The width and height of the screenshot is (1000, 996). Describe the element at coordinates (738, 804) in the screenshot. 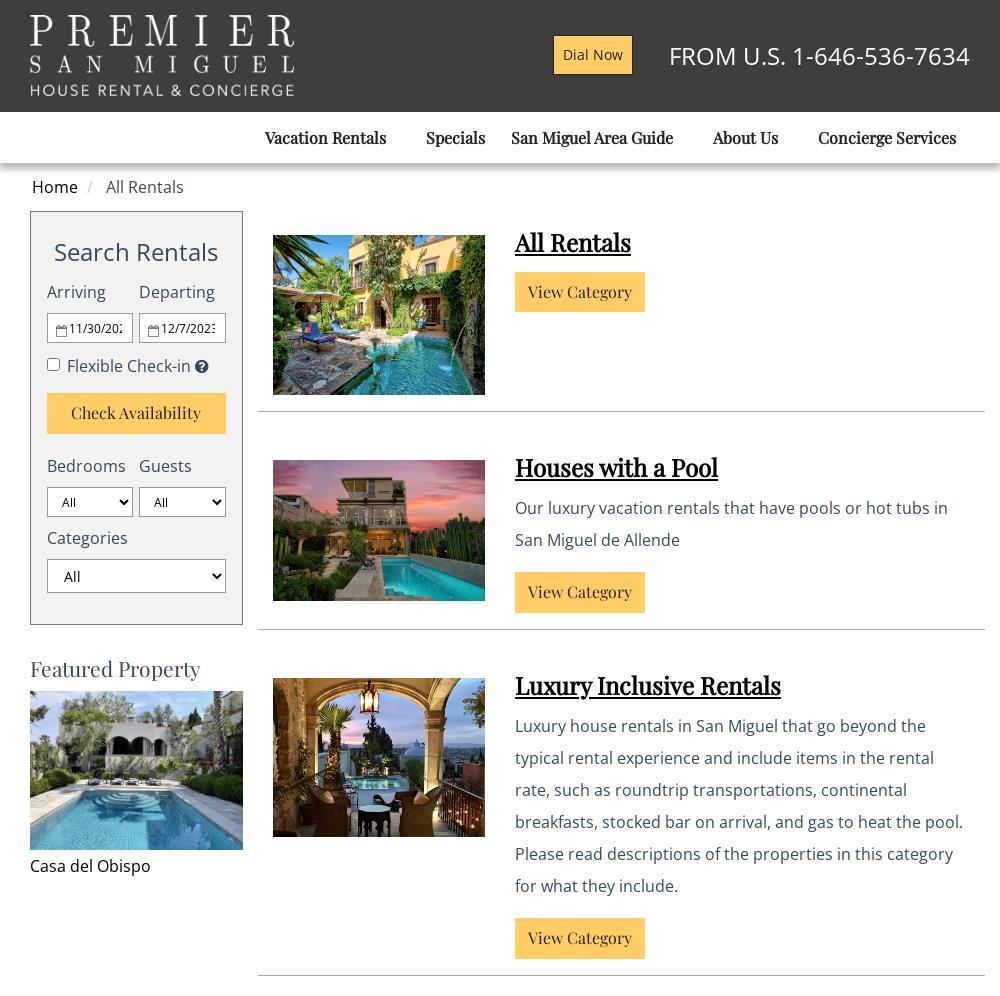

I see `'Luxury house rentals in San Miguel that go beyond the typical rental experience and include items in the rental rate, such as roundtrip transportations, continental breakfasts, stocked bar on arrival, and gas to heat the pool. Please read descriptions of the properties in this category for what they include.'` at that location.